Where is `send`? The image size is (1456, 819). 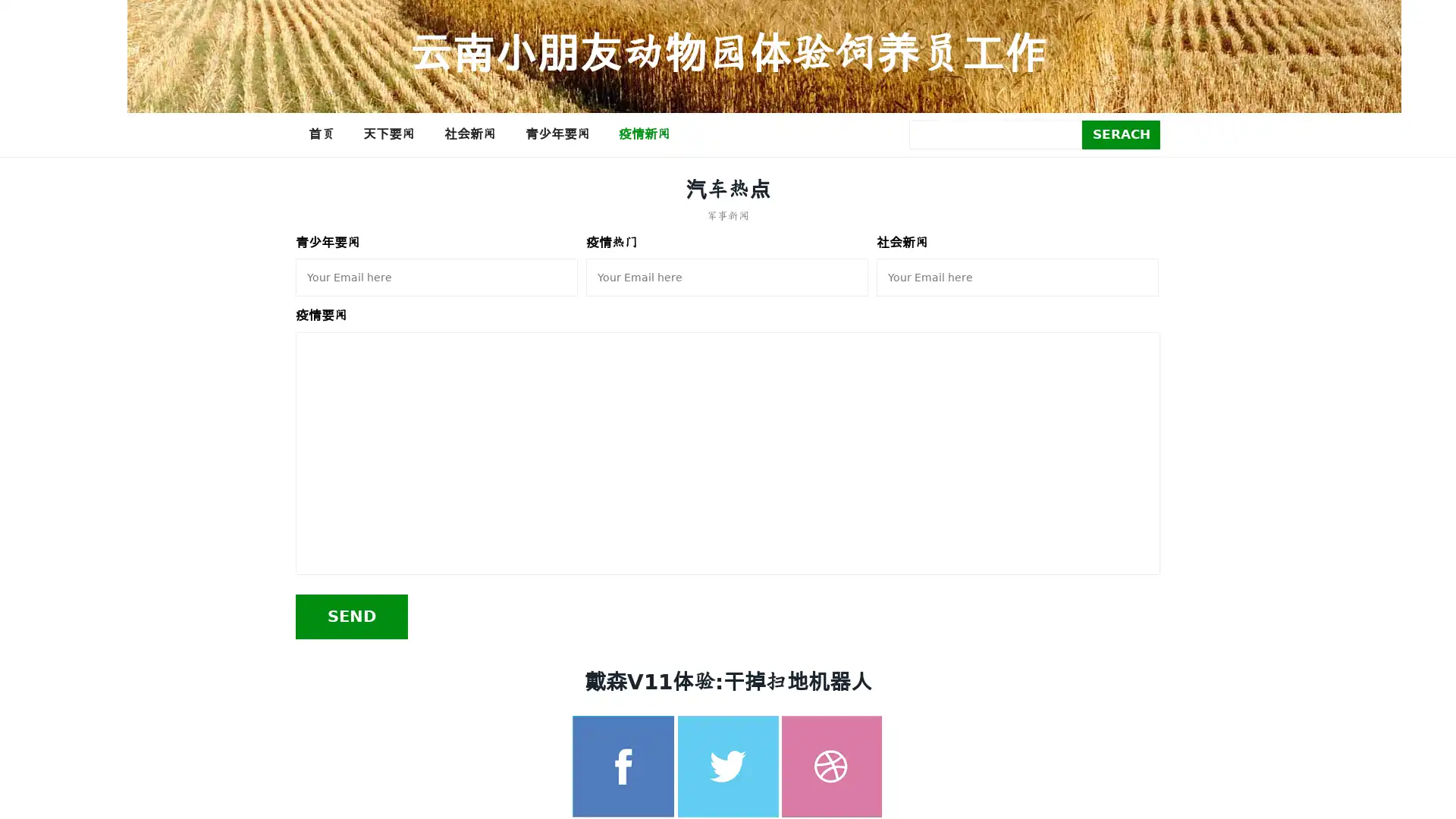
send is located at coordinates (351, 616).